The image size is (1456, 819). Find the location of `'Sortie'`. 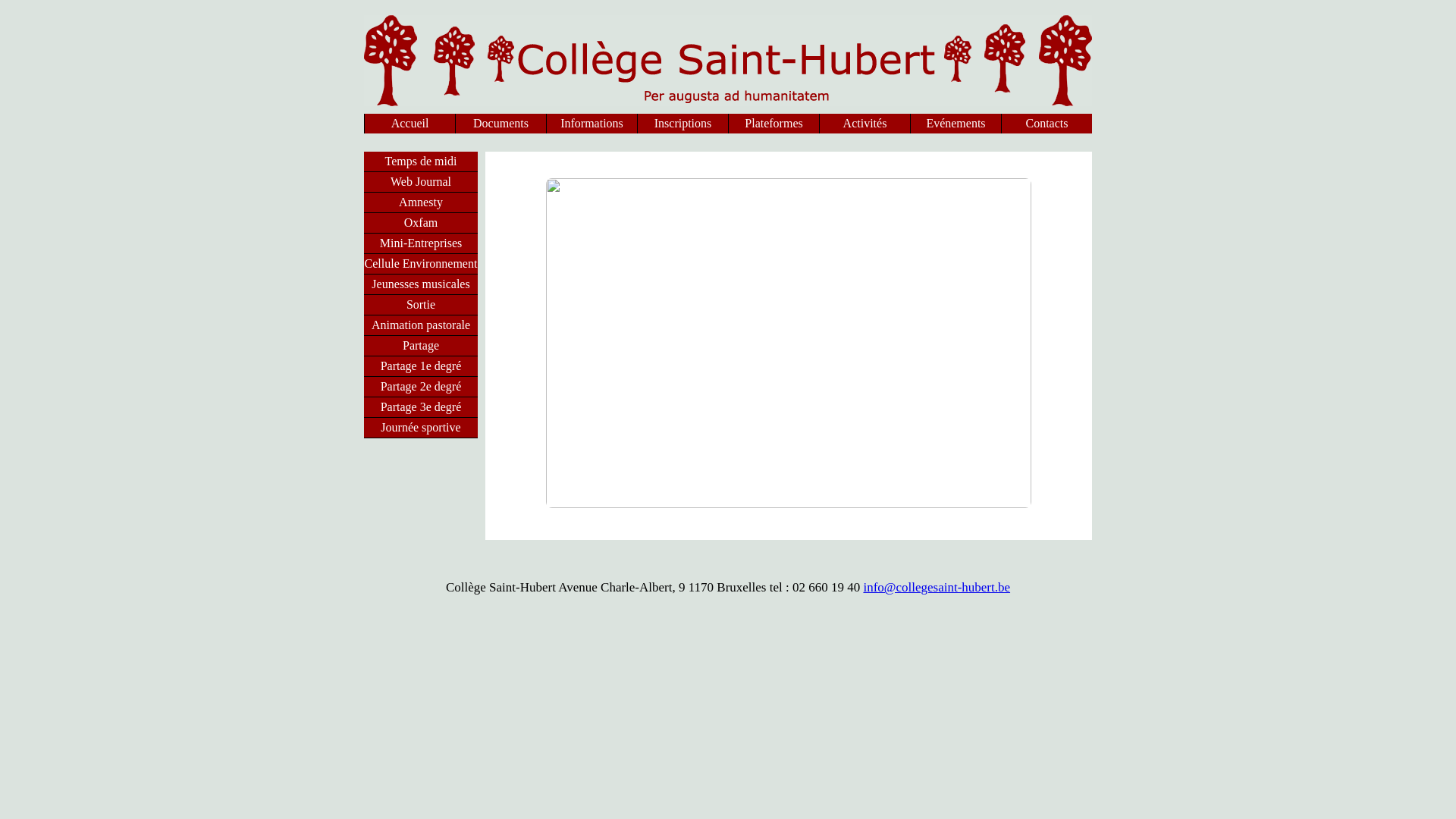

'Sortie' is located at coordinates (421, 304).